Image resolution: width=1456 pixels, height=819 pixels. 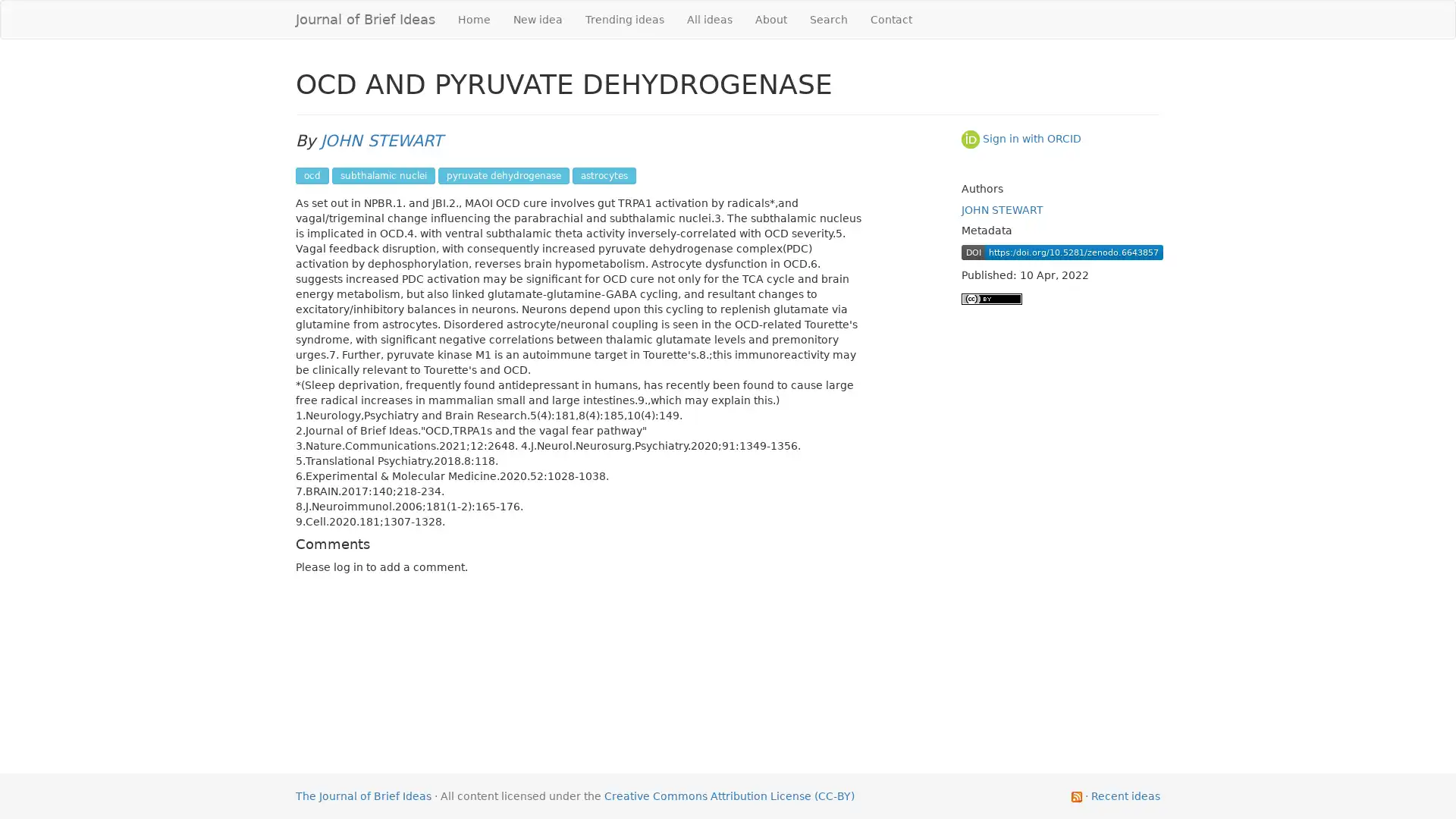 What do you see at coordinates (504, 174) in the screenshot?
I see `pyruvate dehydrogenase` at bounding box center [504, 174].